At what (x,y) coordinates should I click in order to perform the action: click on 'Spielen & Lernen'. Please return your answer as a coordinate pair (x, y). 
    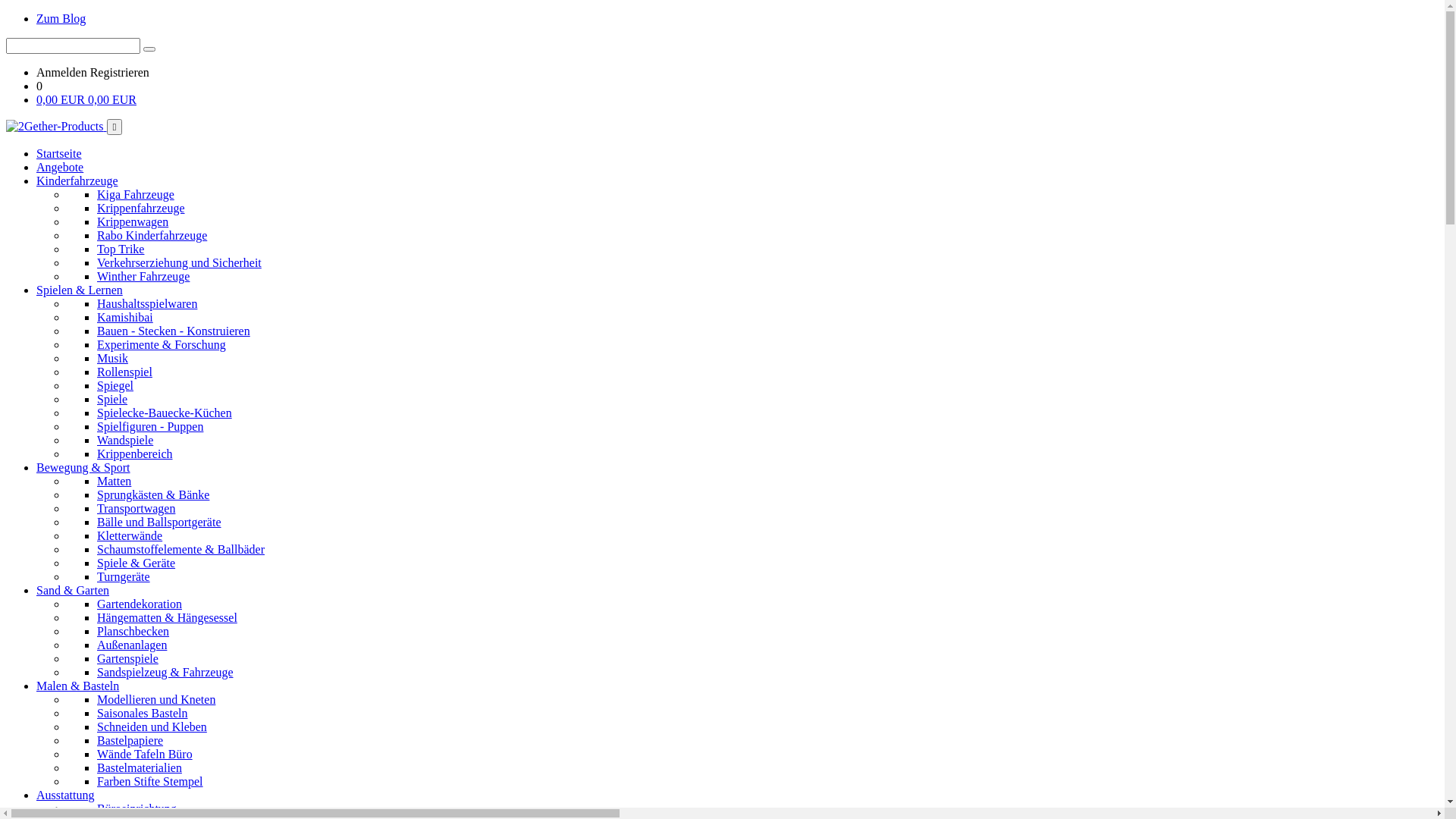
    Looking at the image, I should click on (79, 290).